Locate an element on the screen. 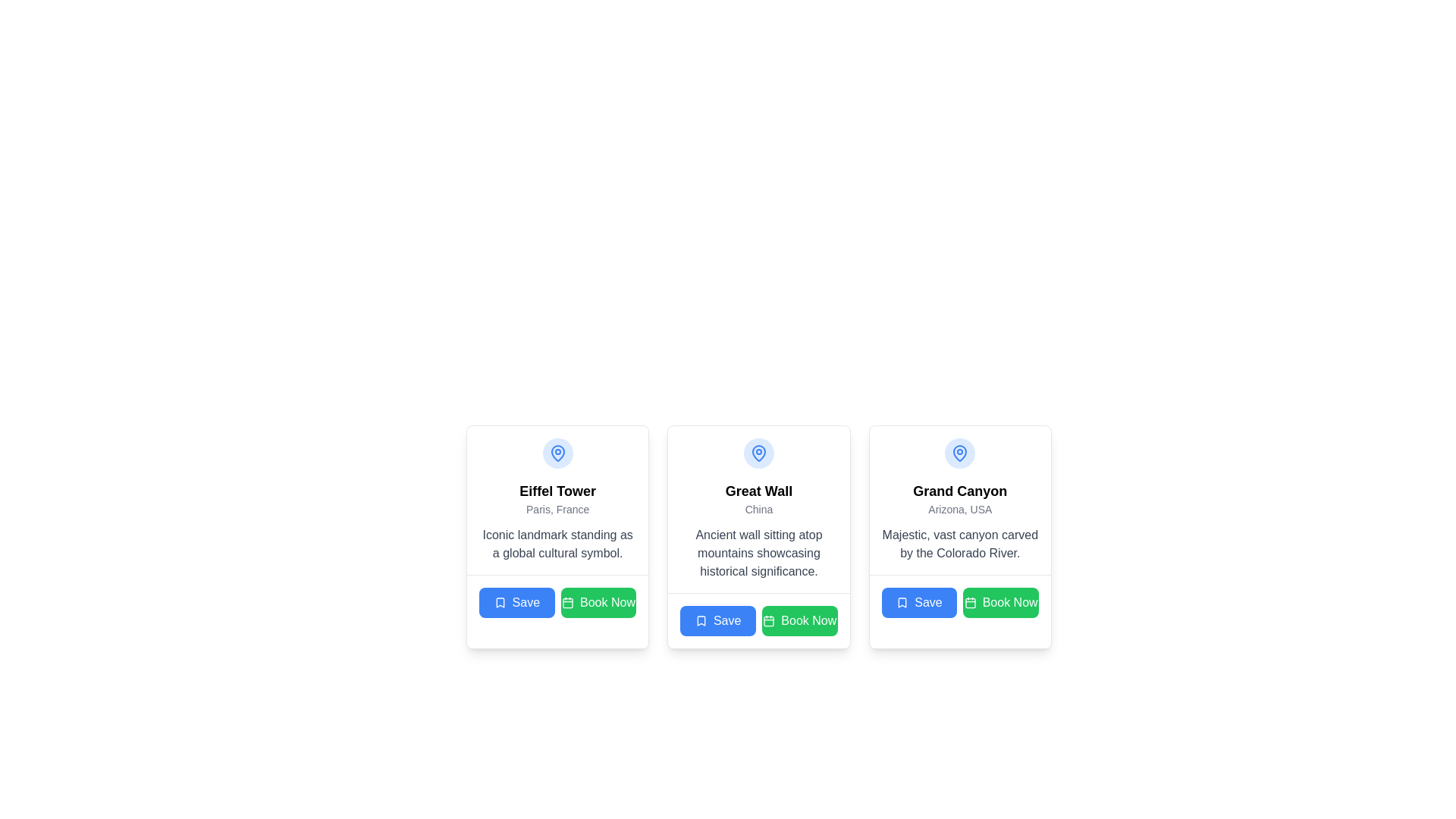  the green 'Book Now' button with a calendar icon located at the bottom-right section of the 'Eiffel Tower' card is located at coordinates (598, 601).